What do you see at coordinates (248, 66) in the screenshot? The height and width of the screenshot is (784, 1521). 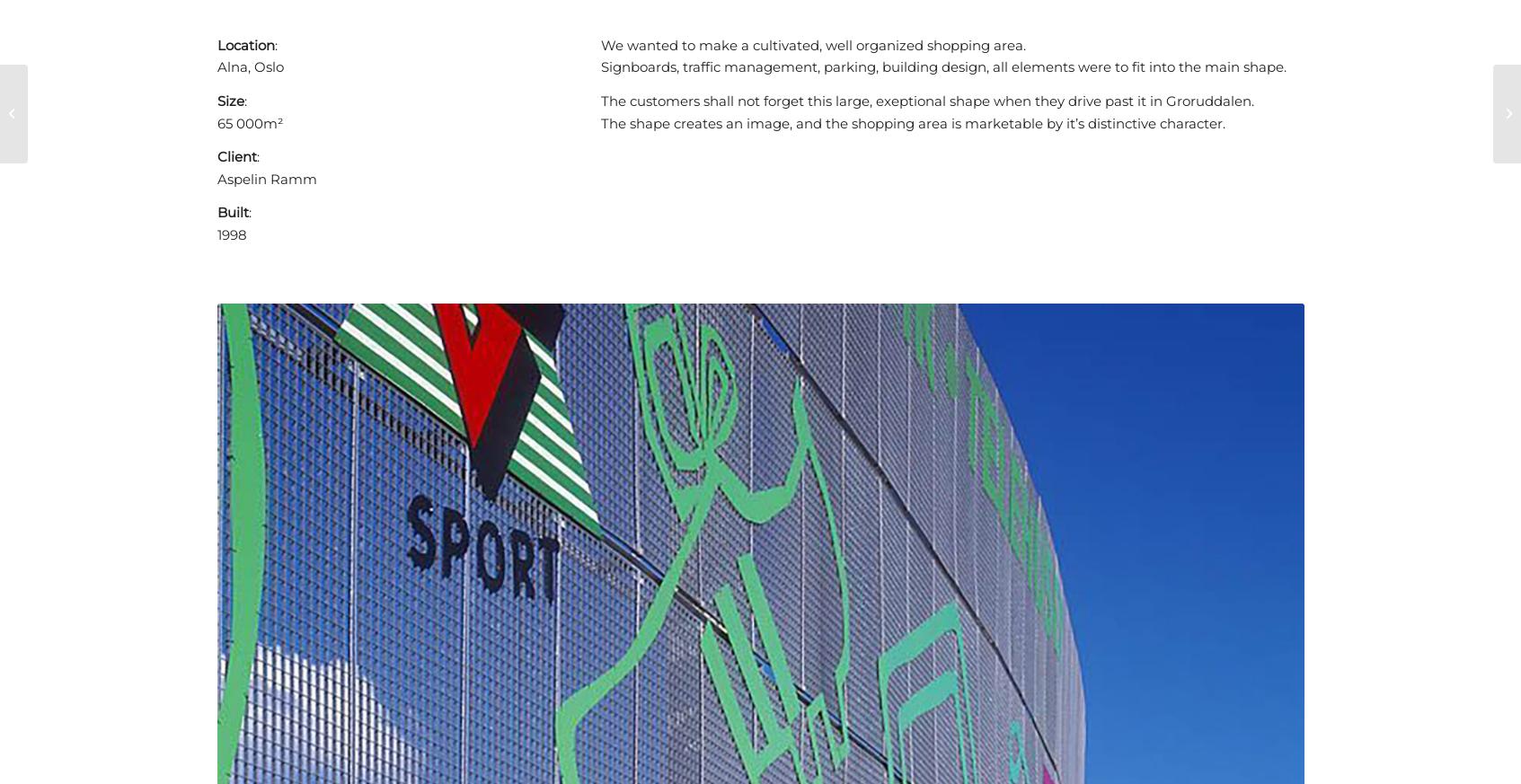 I see `'Alna, Oslo'` at bounding box center [248, 66].